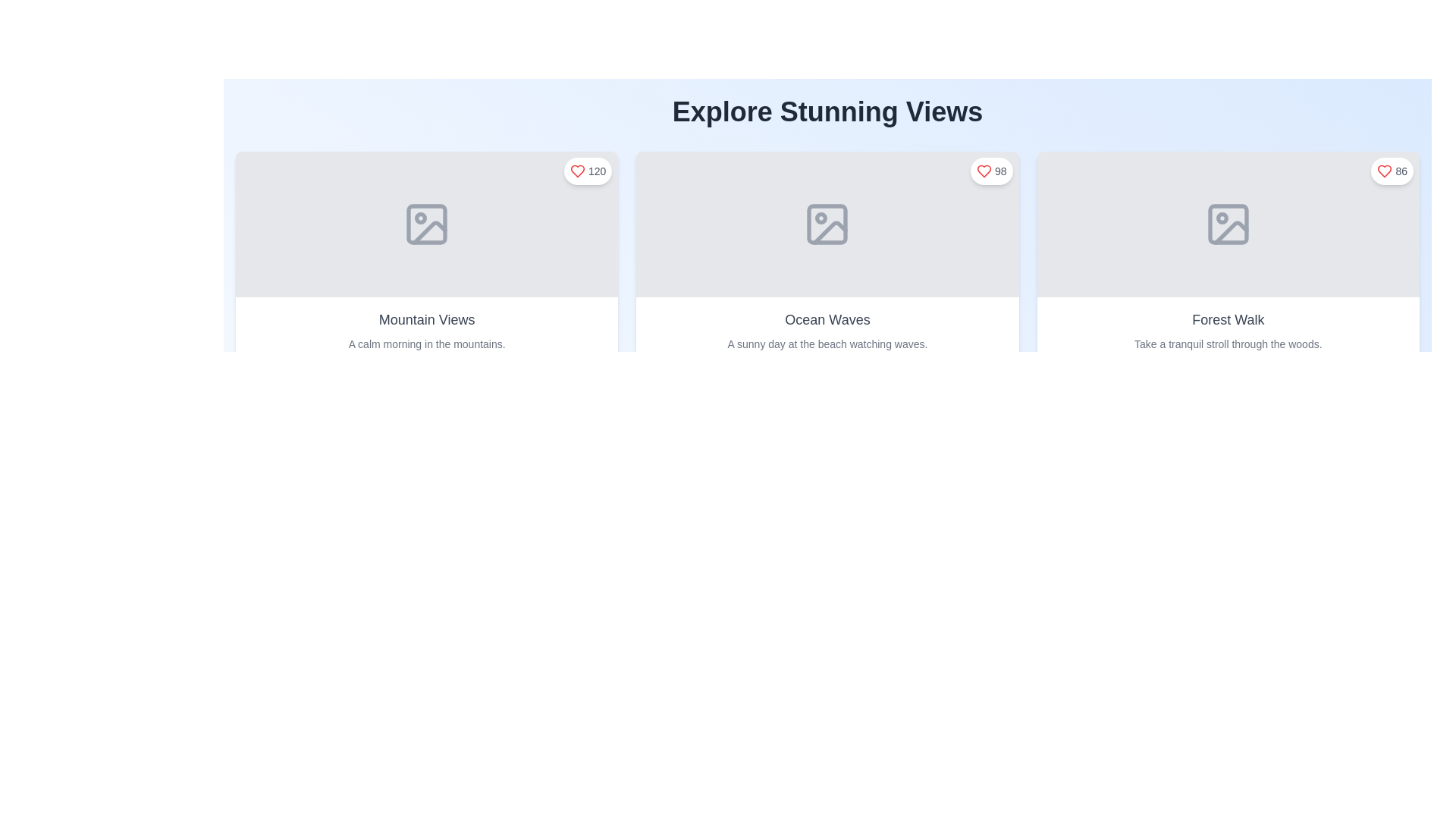  I want to click on diagonal line element resembling a mountain profile within the 'Mountain Views' card using developer tools, so click(429, 233).